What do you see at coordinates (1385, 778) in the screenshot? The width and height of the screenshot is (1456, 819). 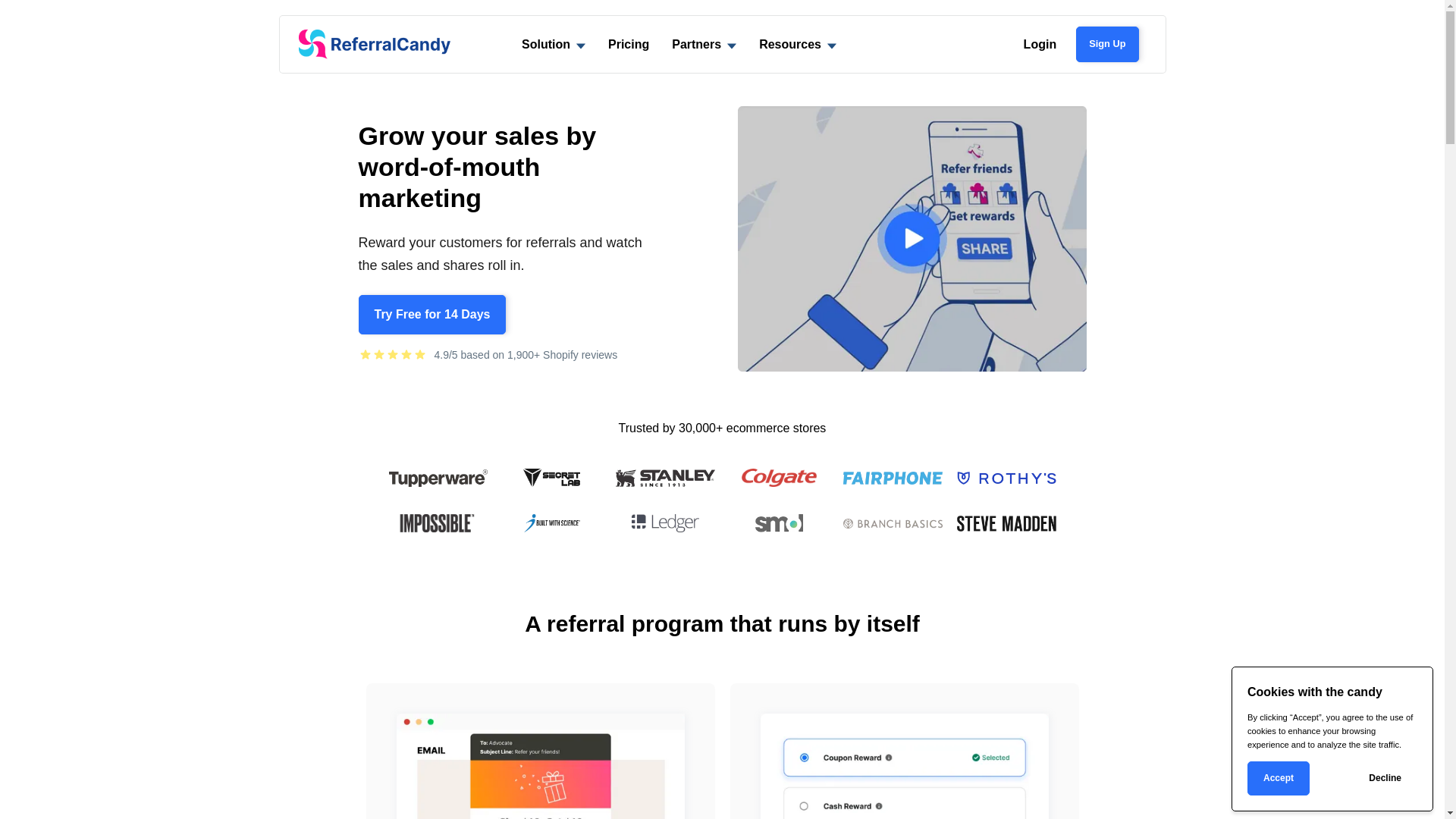 I see `'Decline'` at bounding box center [1385, 778].